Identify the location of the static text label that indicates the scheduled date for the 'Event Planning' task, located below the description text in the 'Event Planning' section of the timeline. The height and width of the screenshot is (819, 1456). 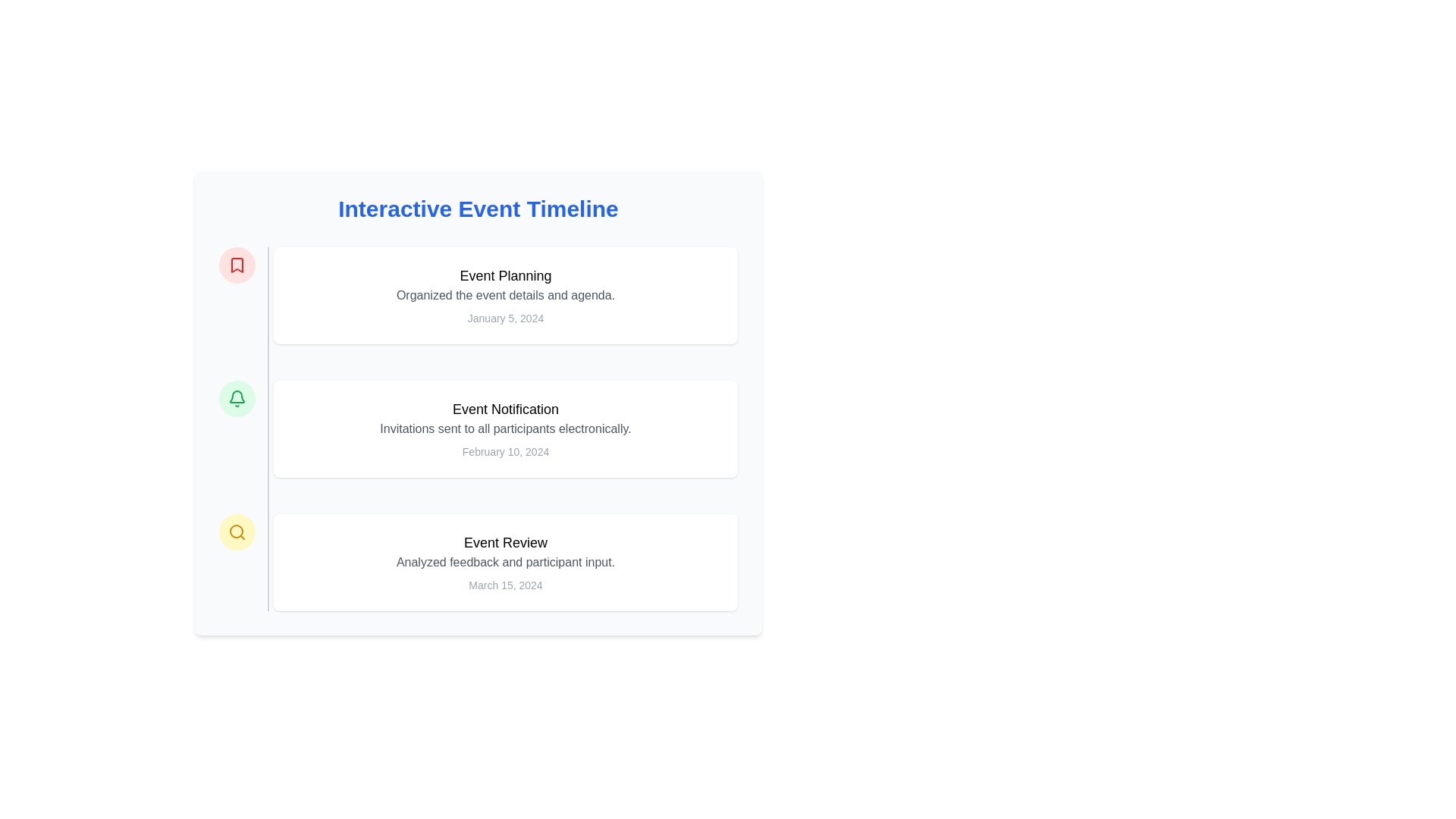
(506, 318).